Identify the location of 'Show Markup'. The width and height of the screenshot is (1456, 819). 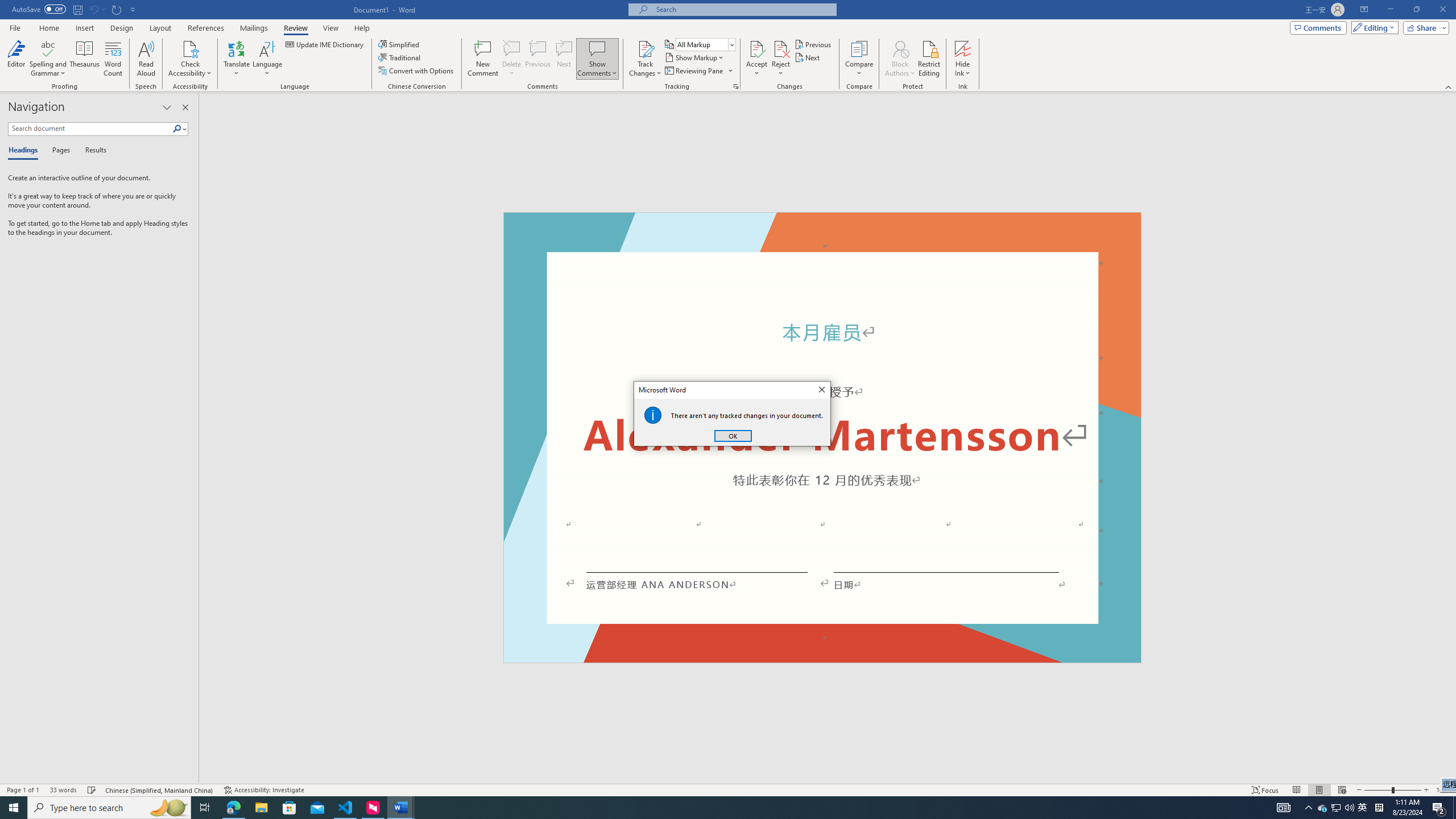
(695, 56).